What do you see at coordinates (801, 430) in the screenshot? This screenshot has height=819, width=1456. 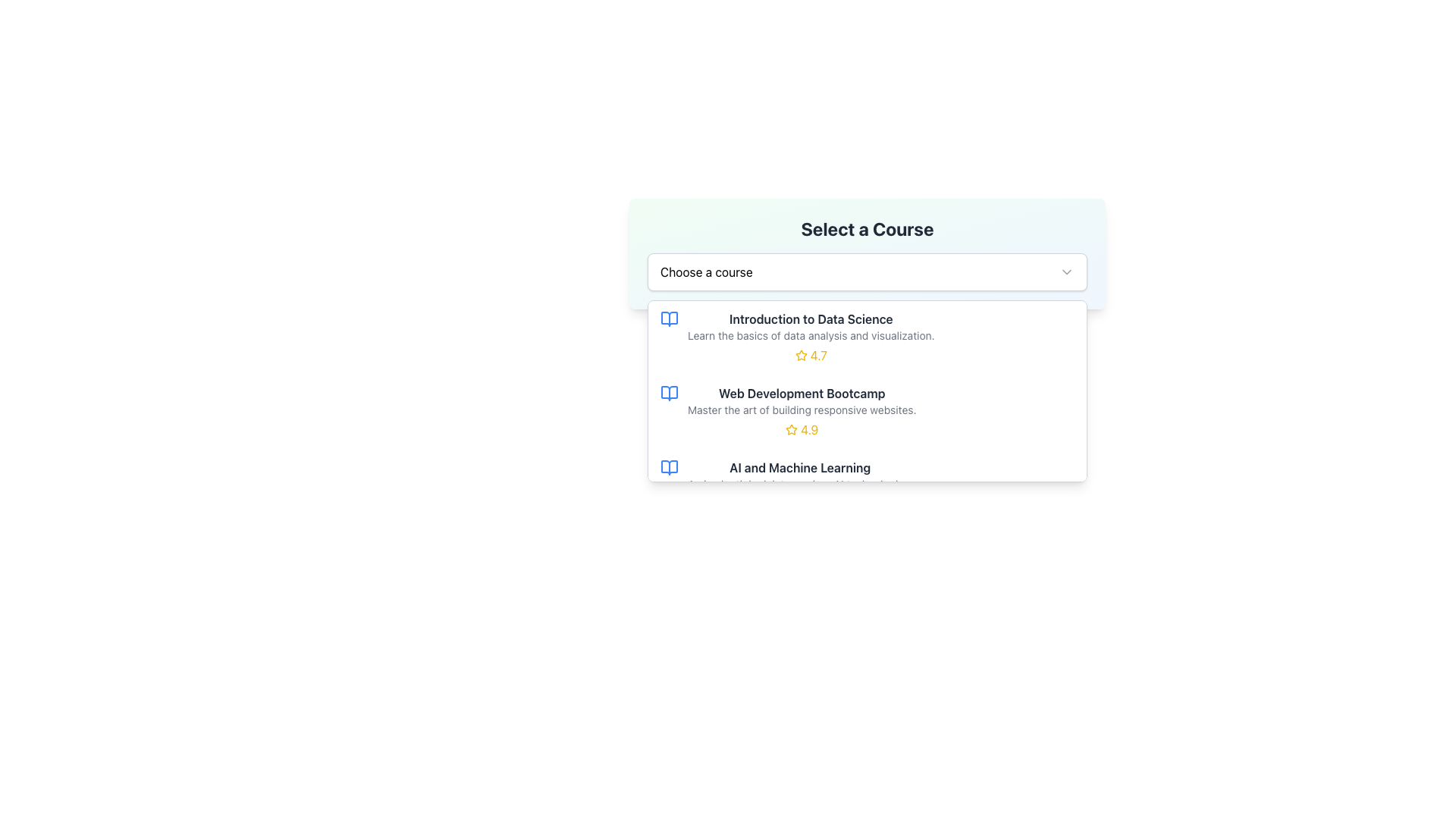 I see `the label displaying the user rating score for the Web Development Bootcamp course, located to the right of the star icon and below the course title` at bounding box center [801, 430].